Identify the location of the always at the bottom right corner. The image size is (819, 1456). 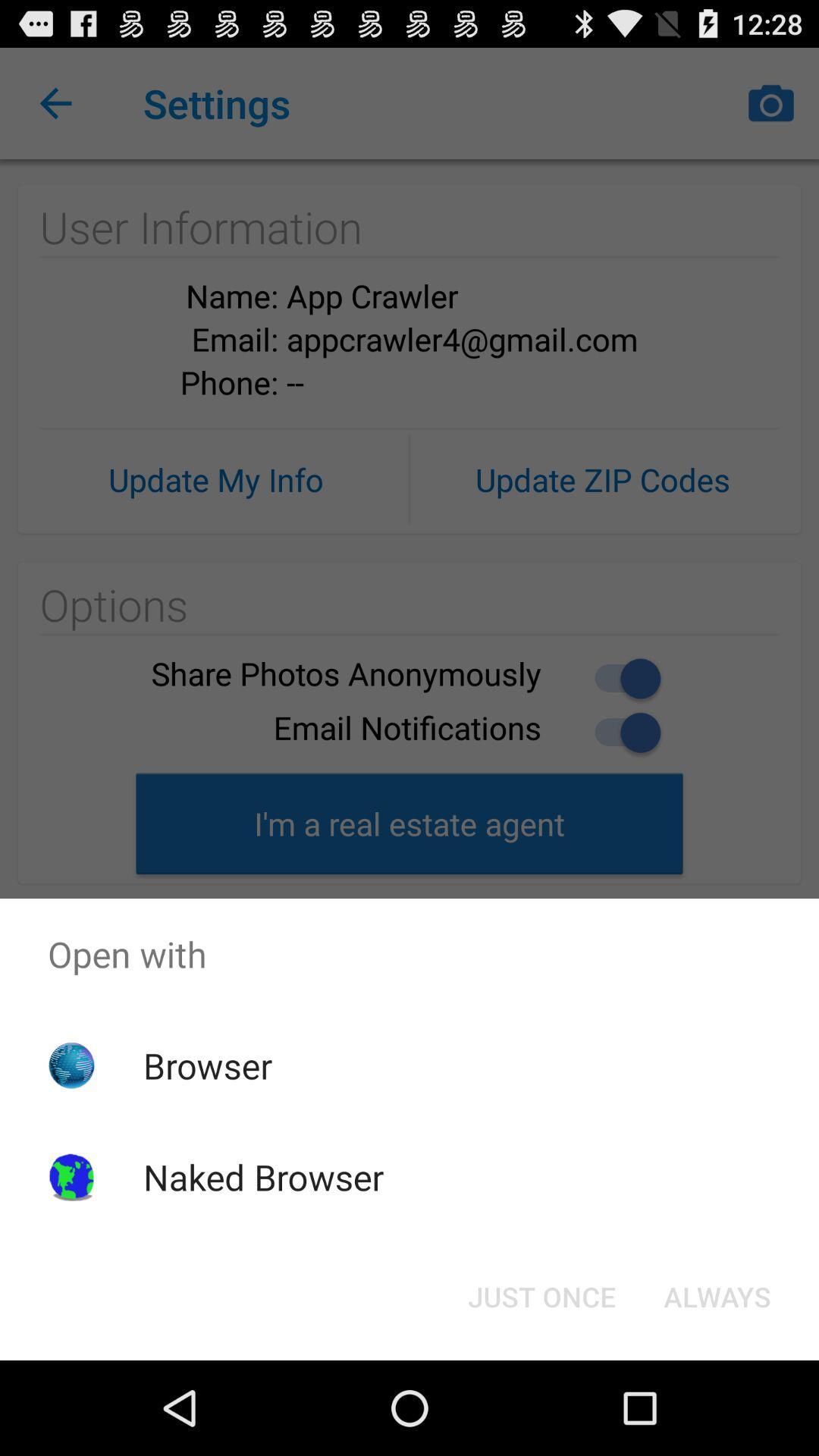
(717, 1295).